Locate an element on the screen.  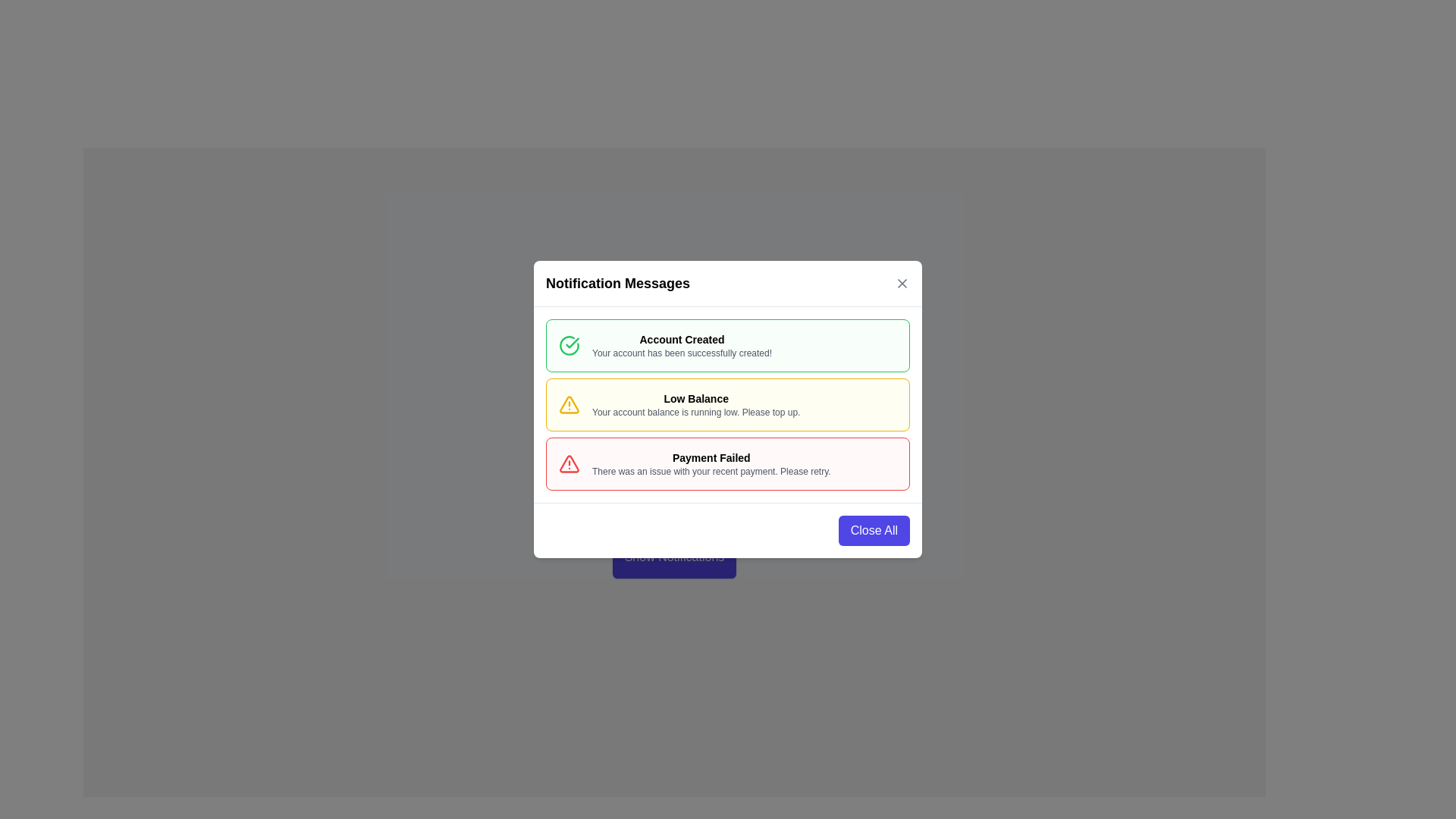
the confirmation message text label that indicates successful account creation, located below the 'Account Created' title in the first notification box of the modal dialog is located at coordinates (681, 353).